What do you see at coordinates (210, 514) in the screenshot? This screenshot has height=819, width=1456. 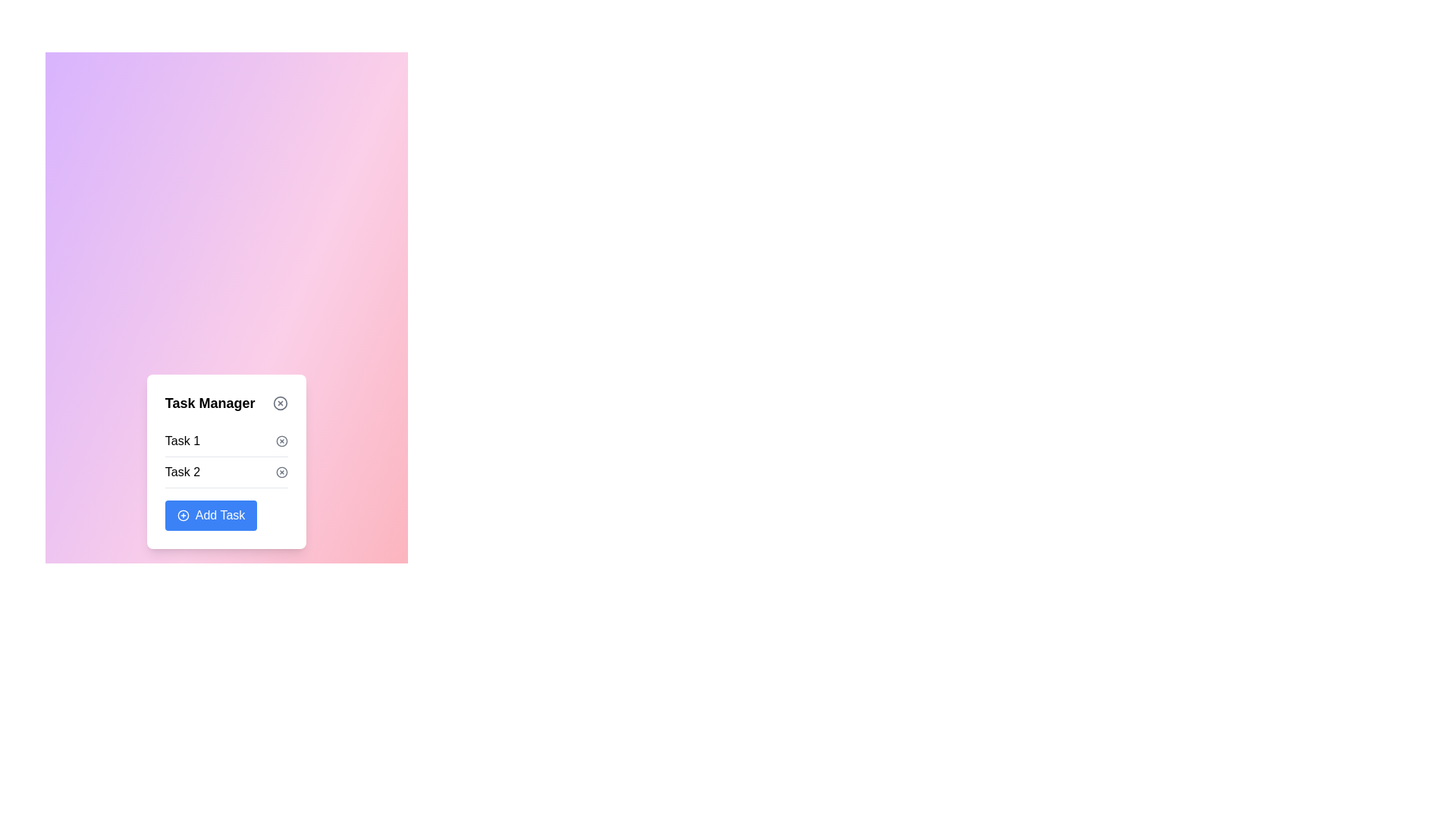 I see `the 'Add Task' button to add a new task` at bounding box center [210, 514].